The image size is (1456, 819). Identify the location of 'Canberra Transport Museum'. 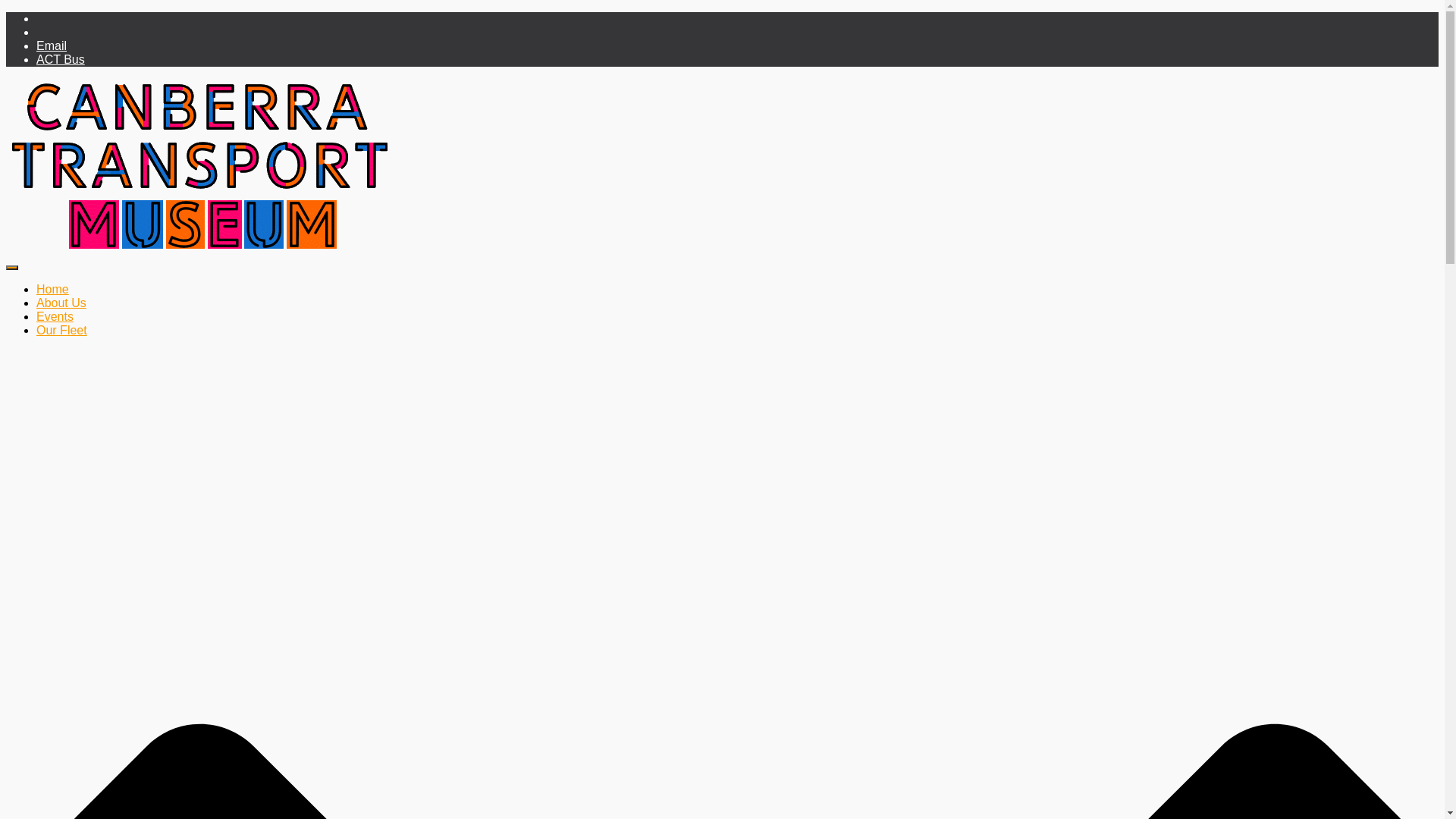
(6, 249).